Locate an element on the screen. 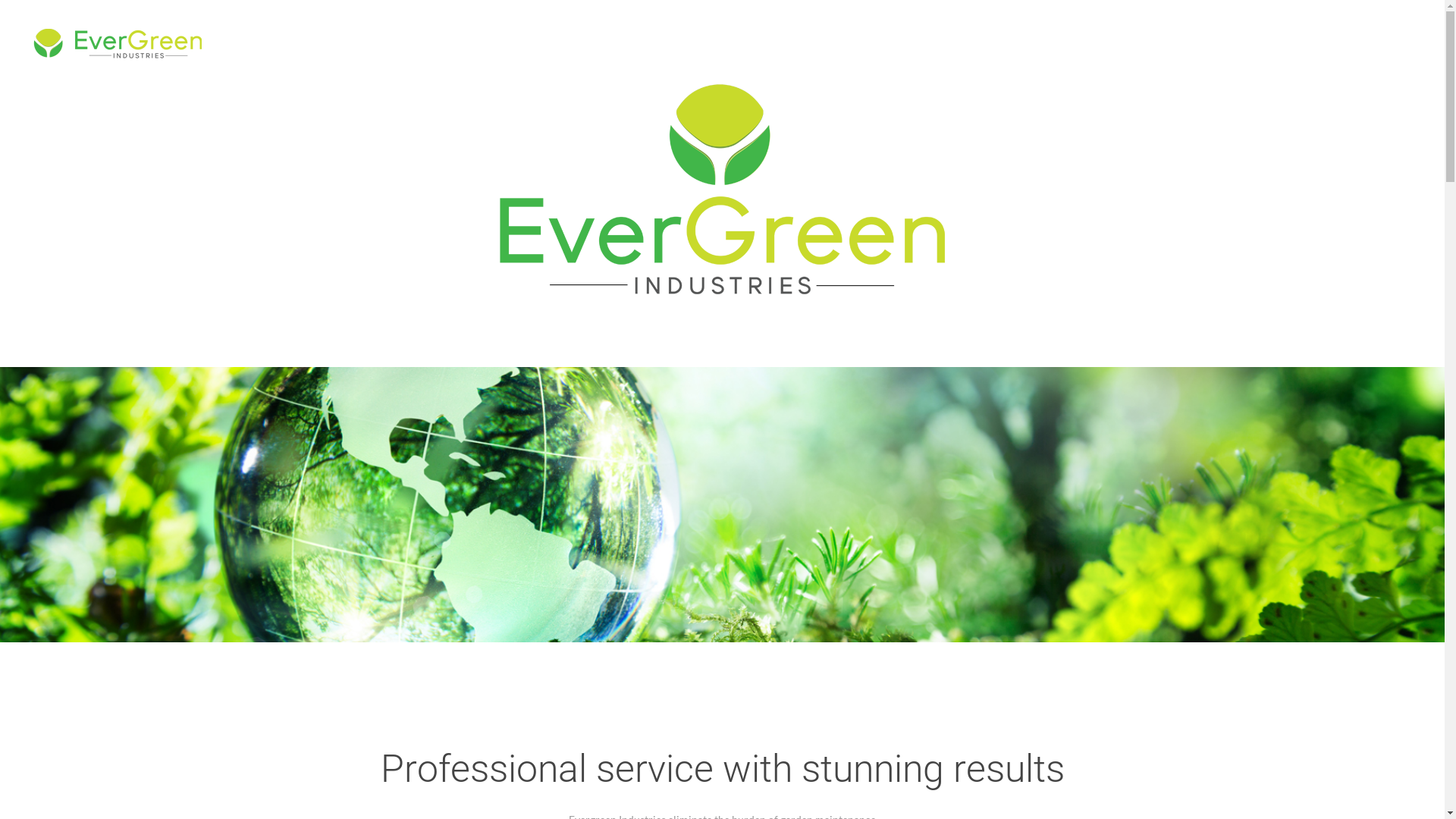 The height and width of the screenshot is (819, 1456). 'Contact' is located at coordinates (1398, 42).